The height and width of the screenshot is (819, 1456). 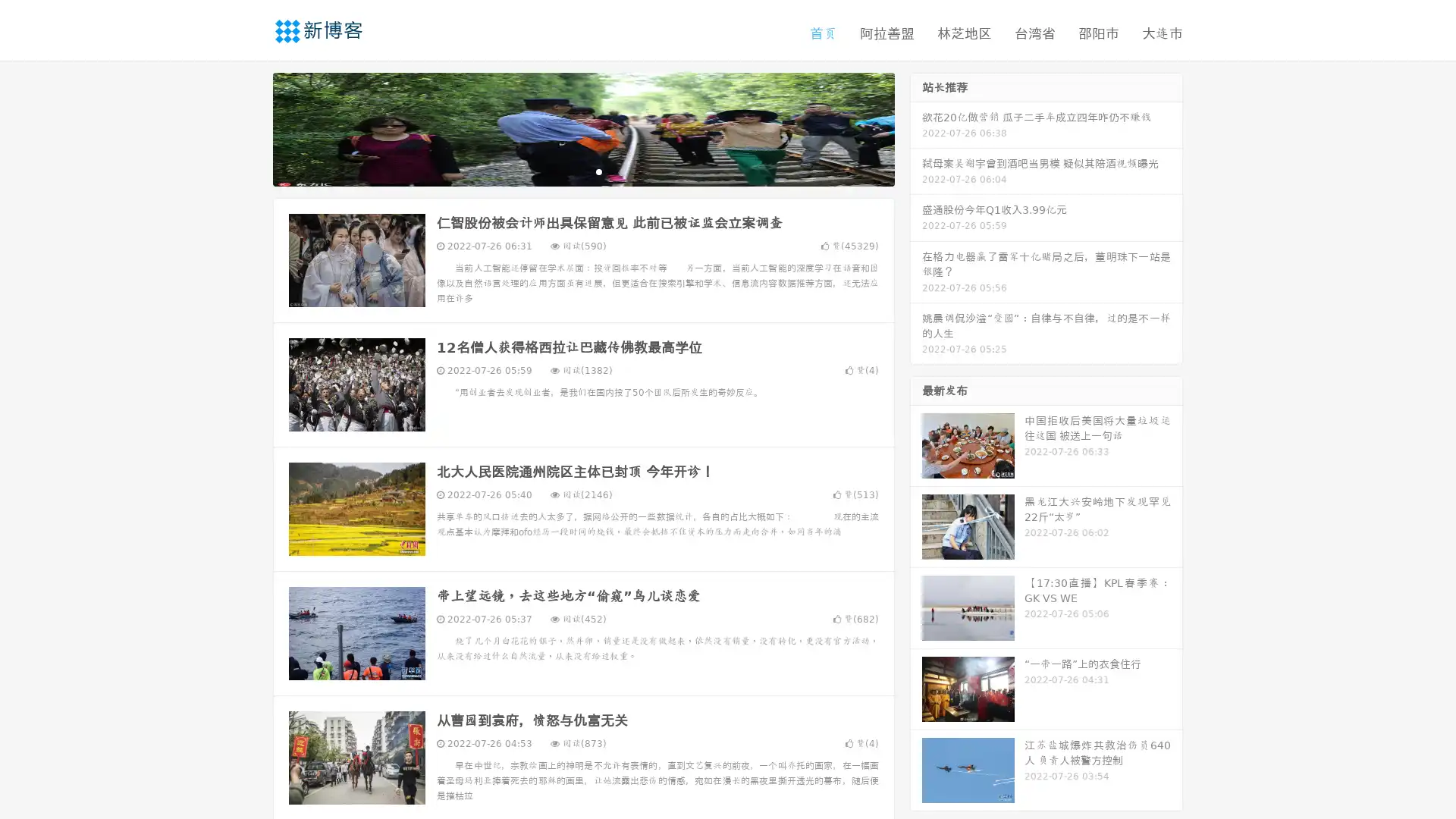 What do you see at coordinates (567, 171) in the screenshot?
I see `Go to slide 1` at bounding box center [567, 171].